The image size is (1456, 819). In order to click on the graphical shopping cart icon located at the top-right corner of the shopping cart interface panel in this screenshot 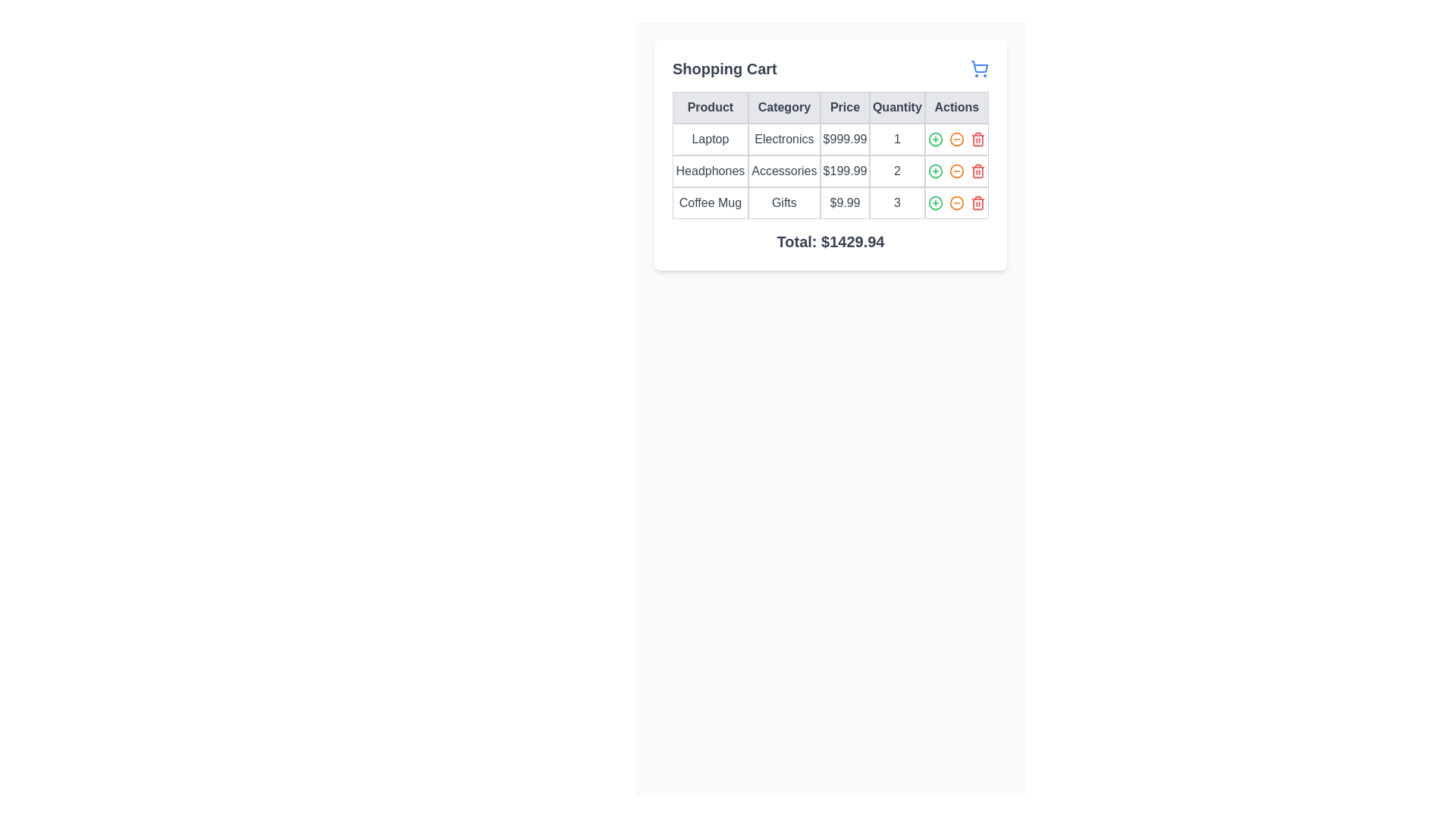, I will do `click(980, 66)`.